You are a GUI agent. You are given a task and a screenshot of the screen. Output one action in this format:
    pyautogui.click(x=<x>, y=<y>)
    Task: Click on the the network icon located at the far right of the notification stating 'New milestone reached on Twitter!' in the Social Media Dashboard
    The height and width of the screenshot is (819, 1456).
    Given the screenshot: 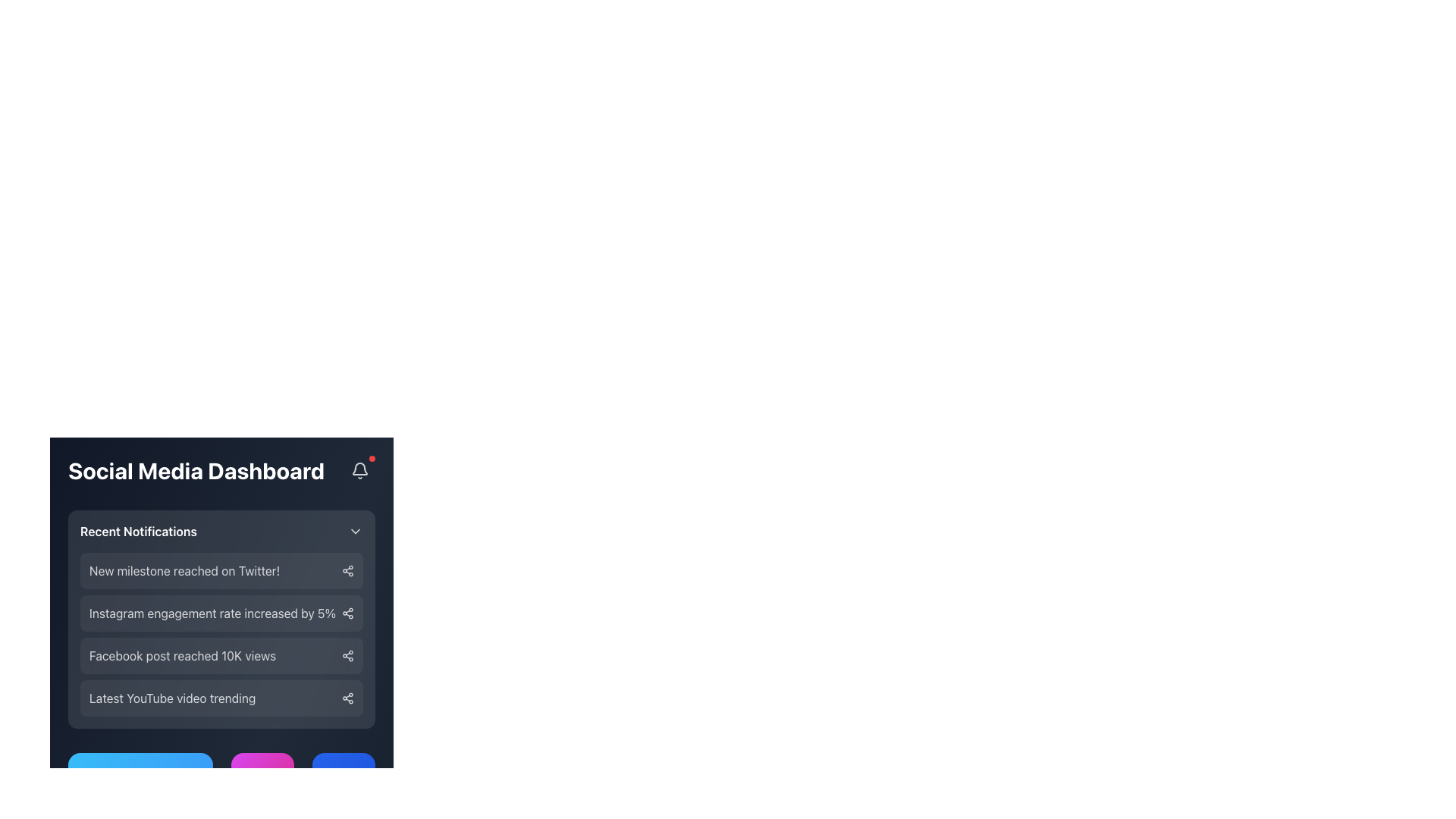 What is the action you would take?
    pyautogui.click(x=347, y=570)
    